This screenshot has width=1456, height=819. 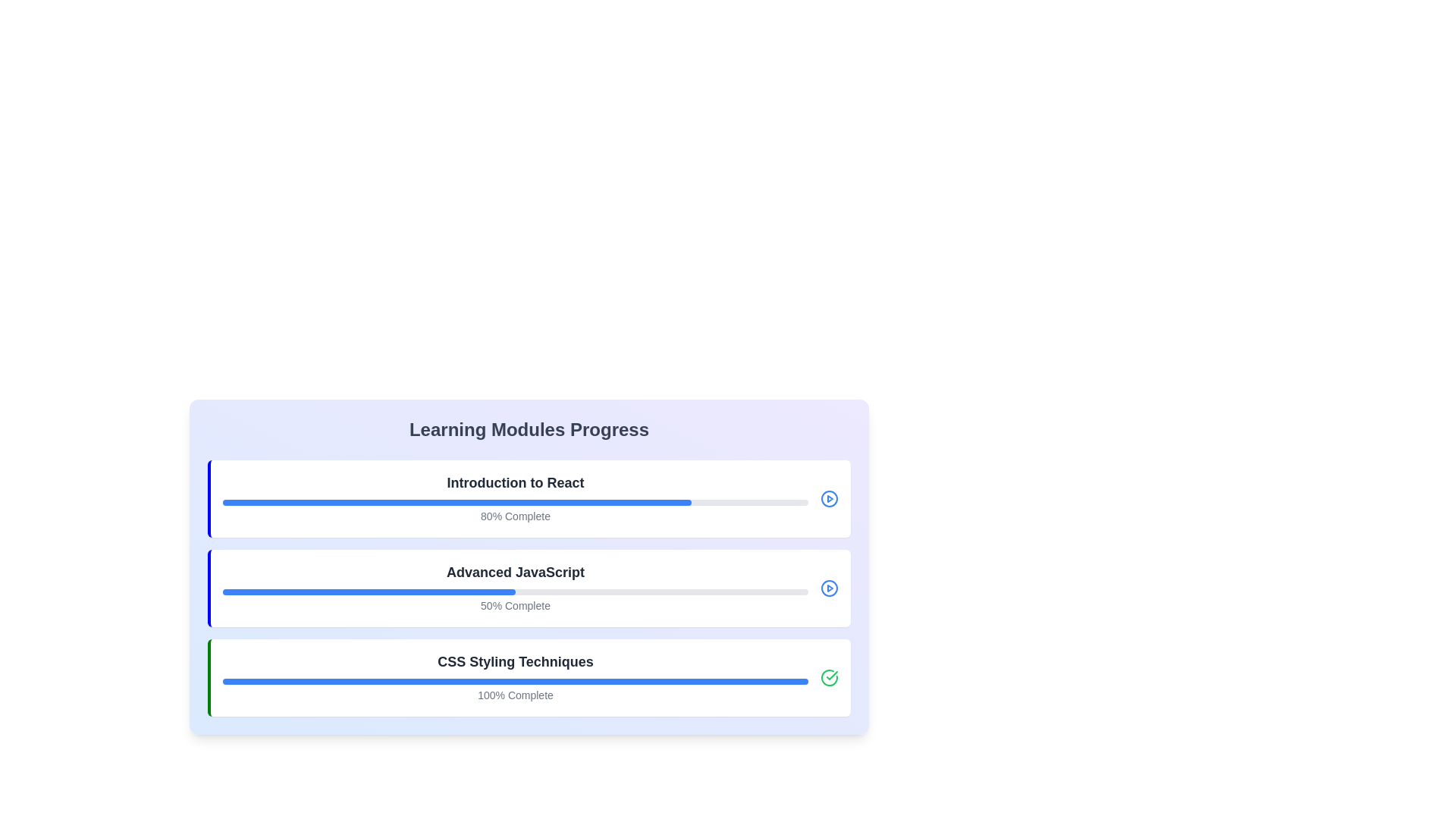 What do you see at coordinates (829, 587) in the screenshot?
I see `the play button for the 'Advanced JavaScript' module located at the rightmost side of the progress block` at bounding box center [829, 587].